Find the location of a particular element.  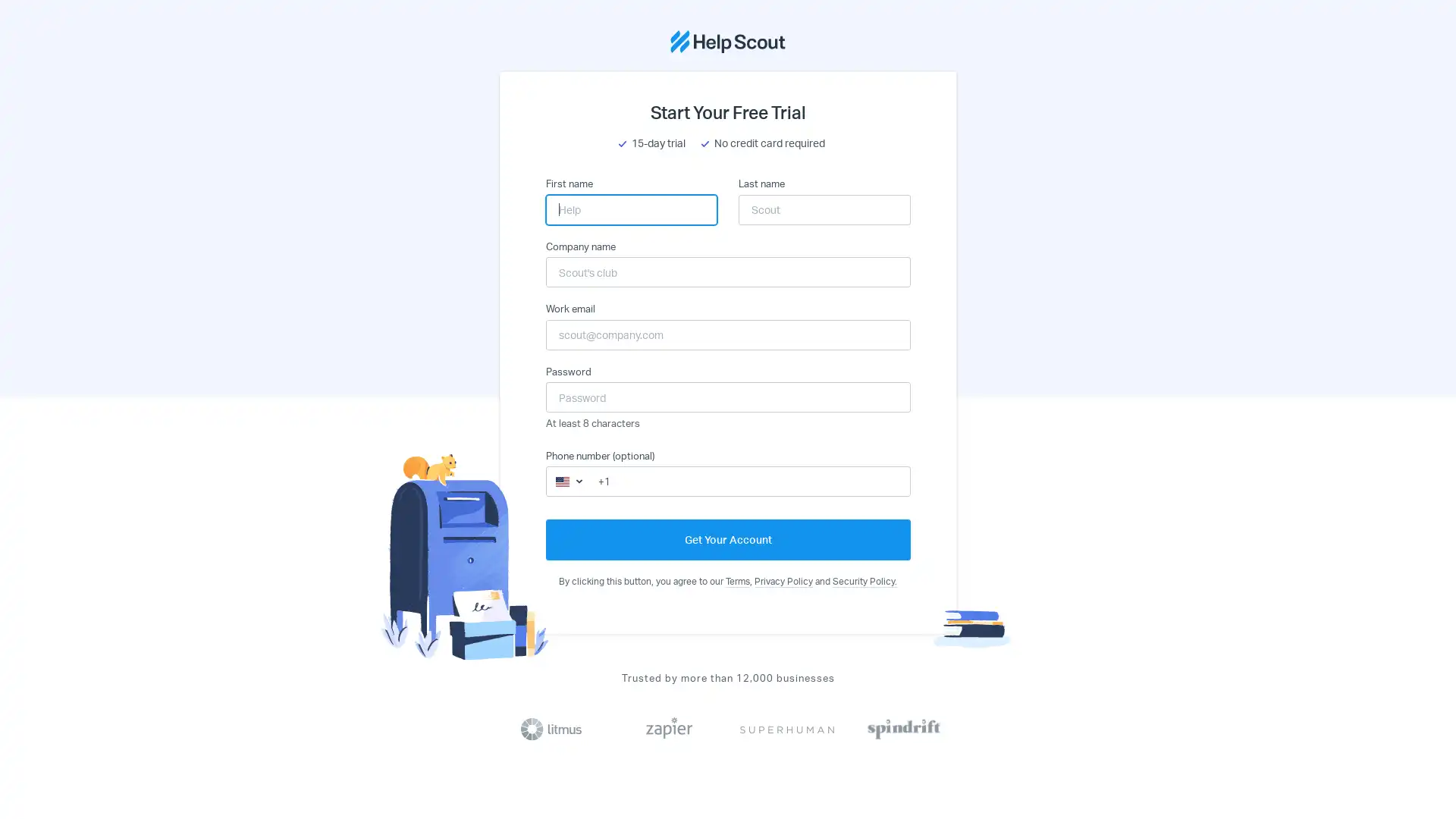

Get Your Account is located at coordinates (726, 539).